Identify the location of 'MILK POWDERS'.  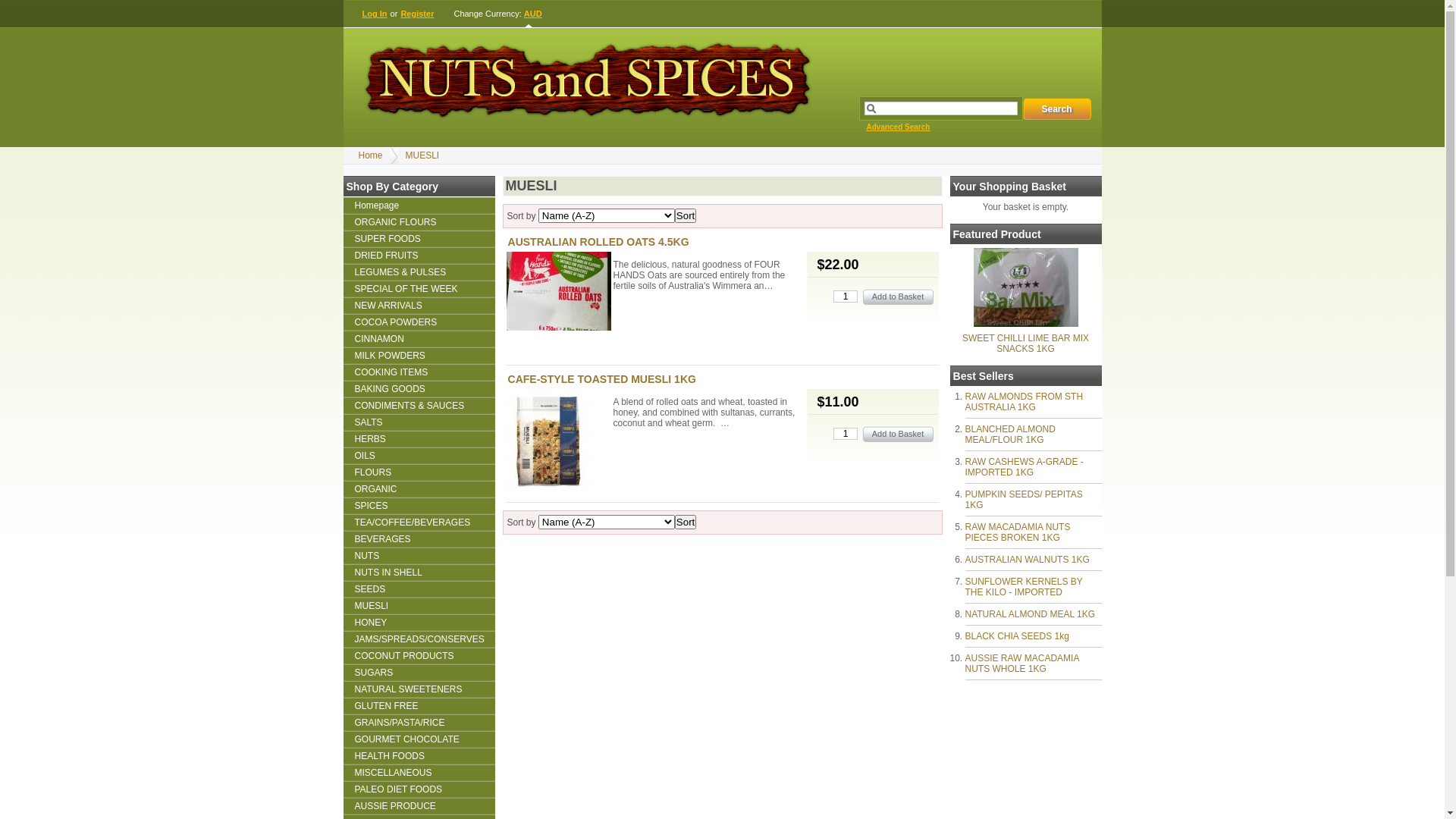
(419, 356).